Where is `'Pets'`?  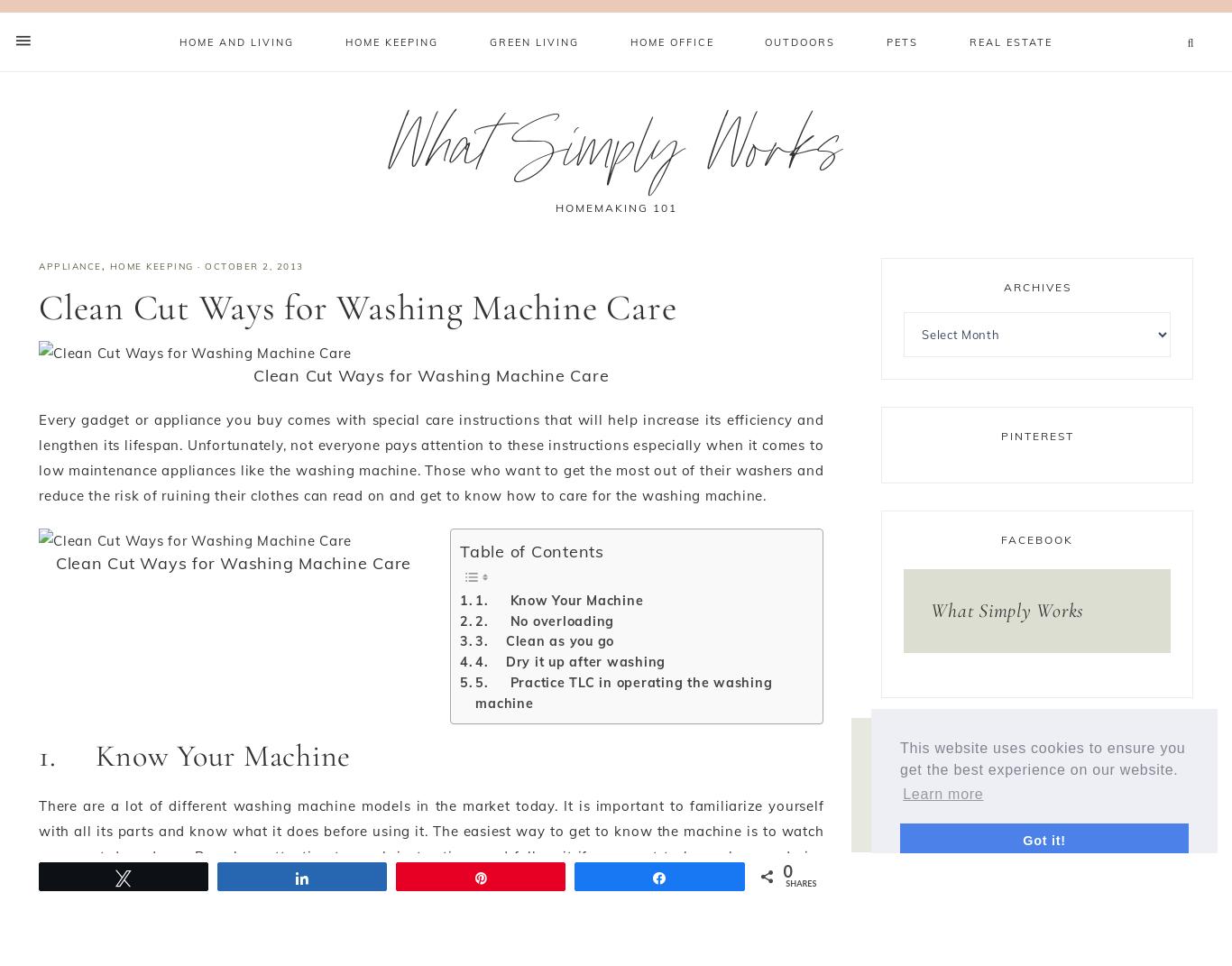 'Pets' is located at coordinates (902, 41).